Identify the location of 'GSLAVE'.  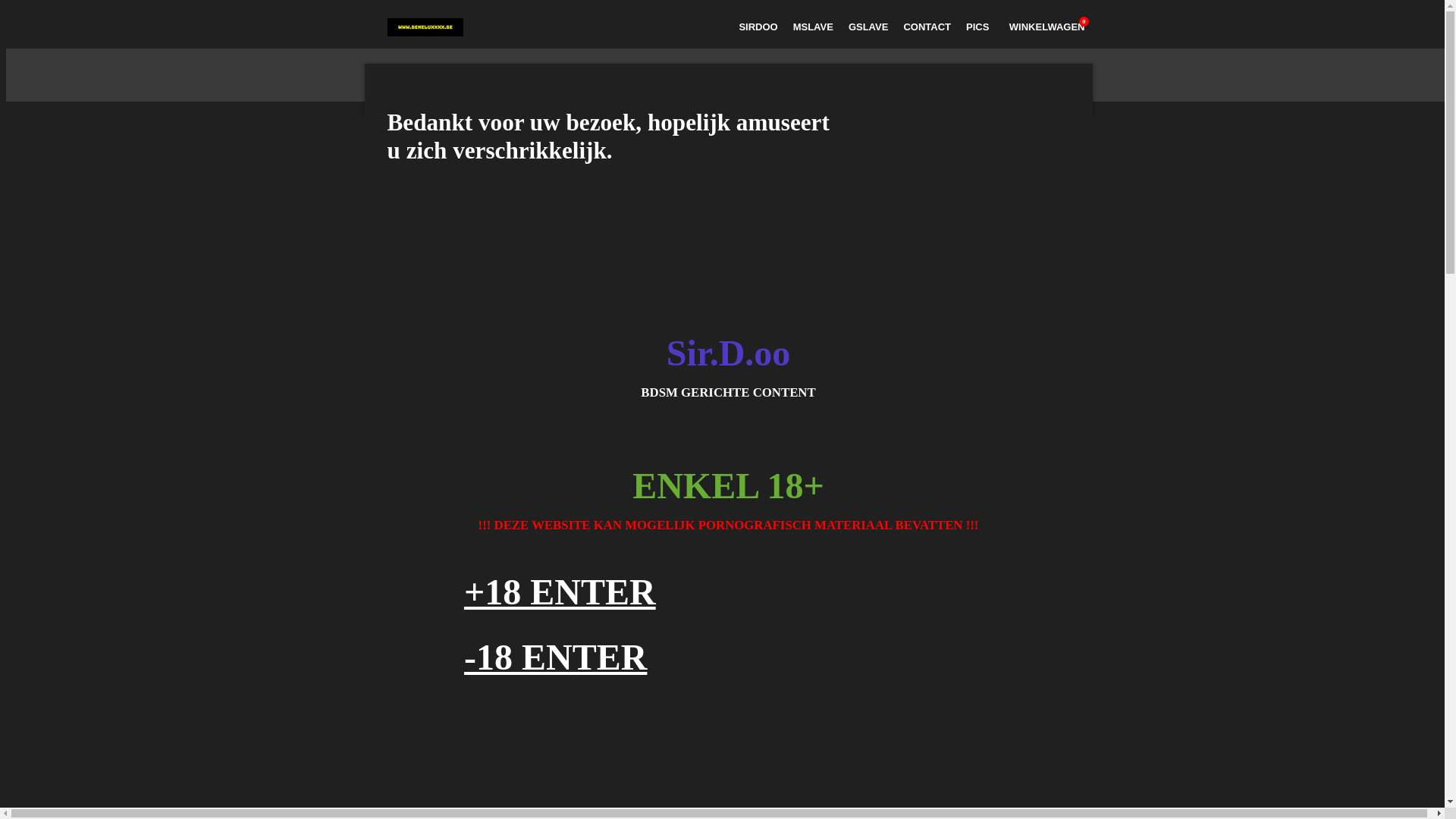
(868, 27).